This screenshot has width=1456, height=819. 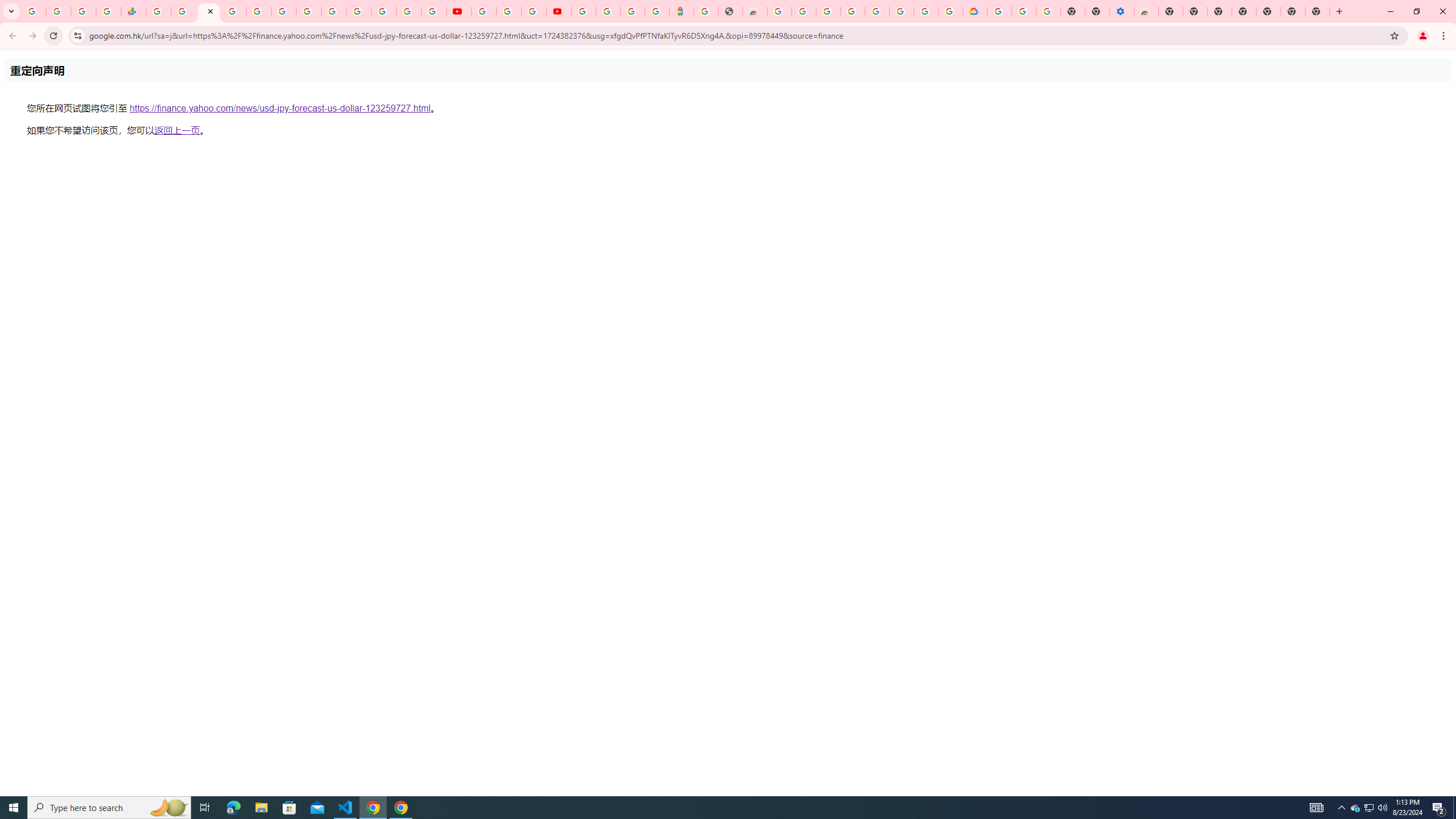 I want to click on 'Settings - Accessibility', so click(x=1122, y=11).